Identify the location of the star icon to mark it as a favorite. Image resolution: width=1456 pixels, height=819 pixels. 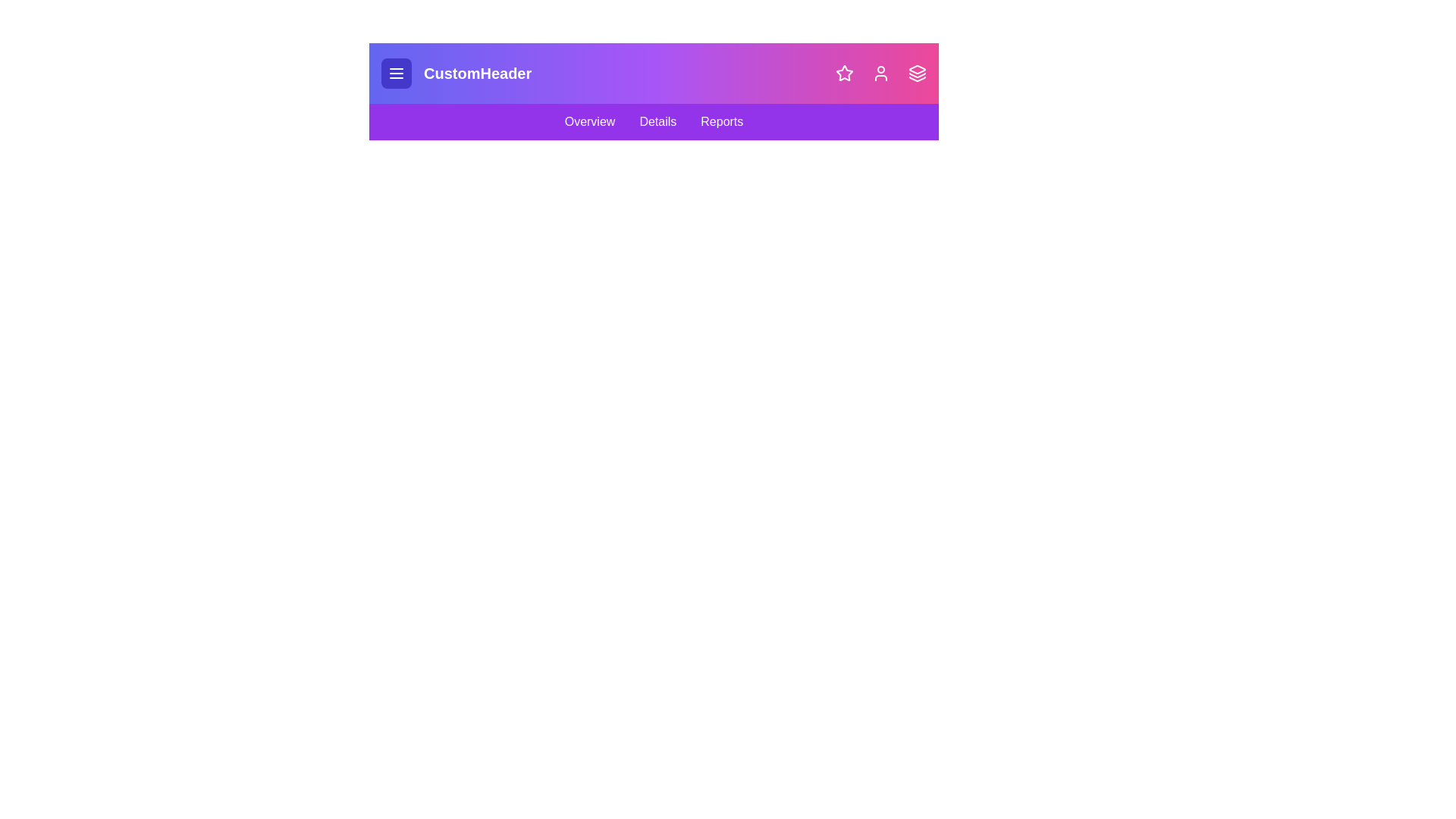
(843, 73).